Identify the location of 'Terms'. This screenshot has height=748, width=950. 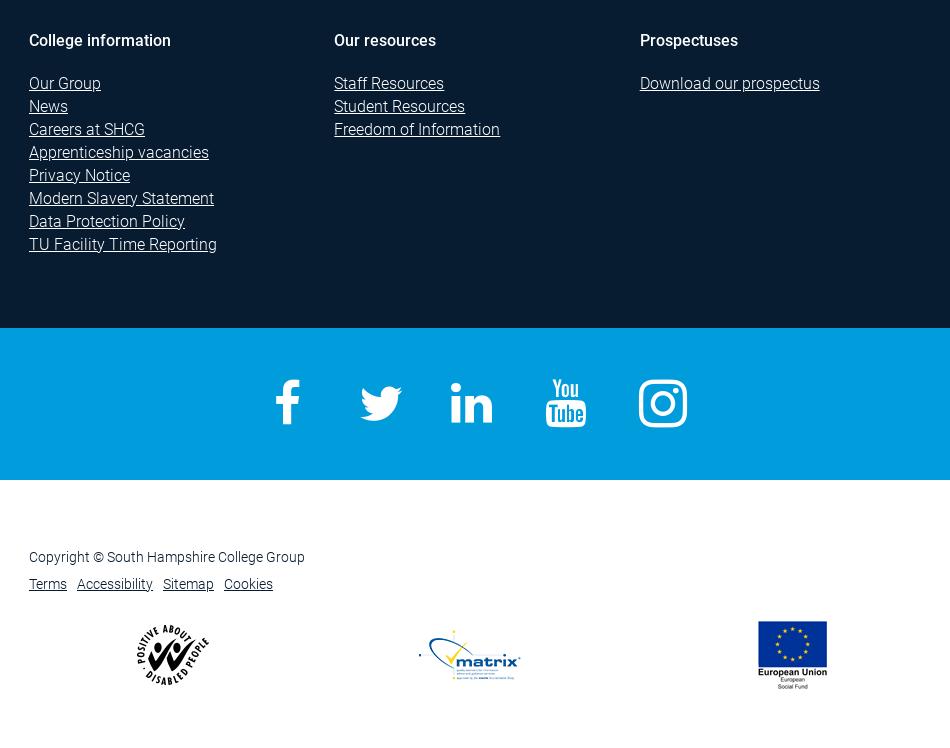
(47, 584).